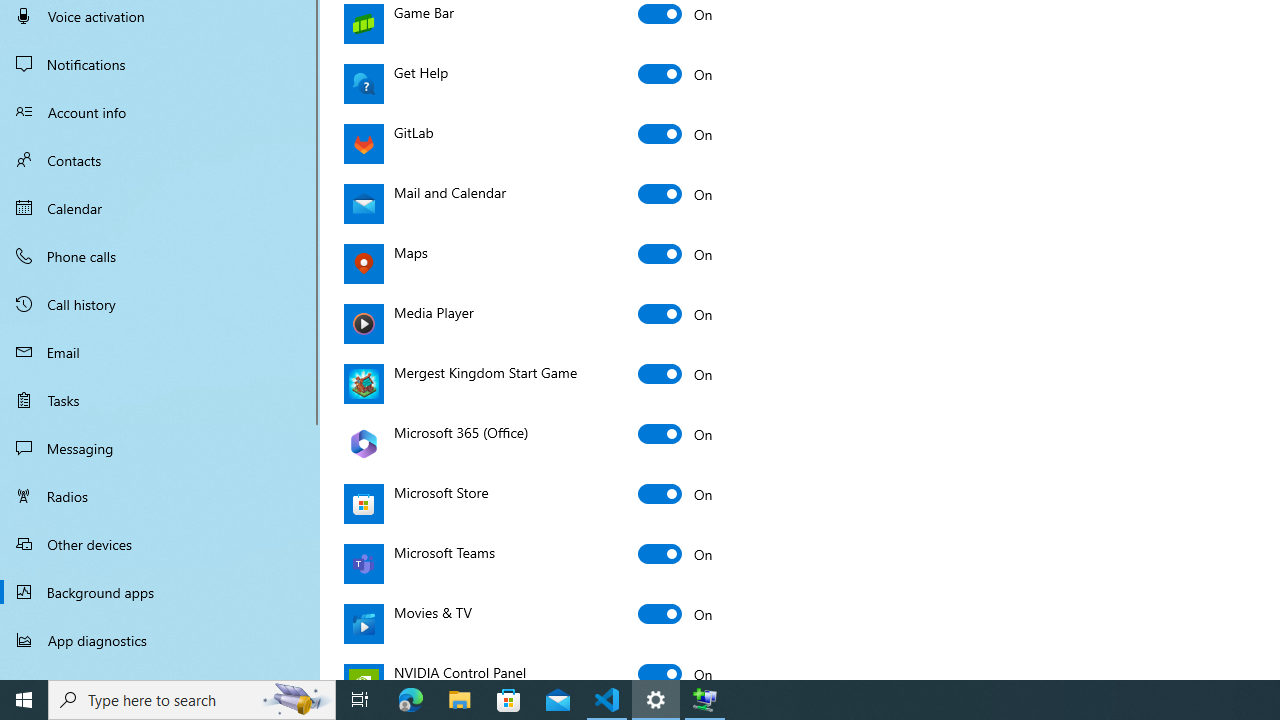 This screenshot has width=1280, height=720. I want to click on 'File Explorer', so click(459, 698).